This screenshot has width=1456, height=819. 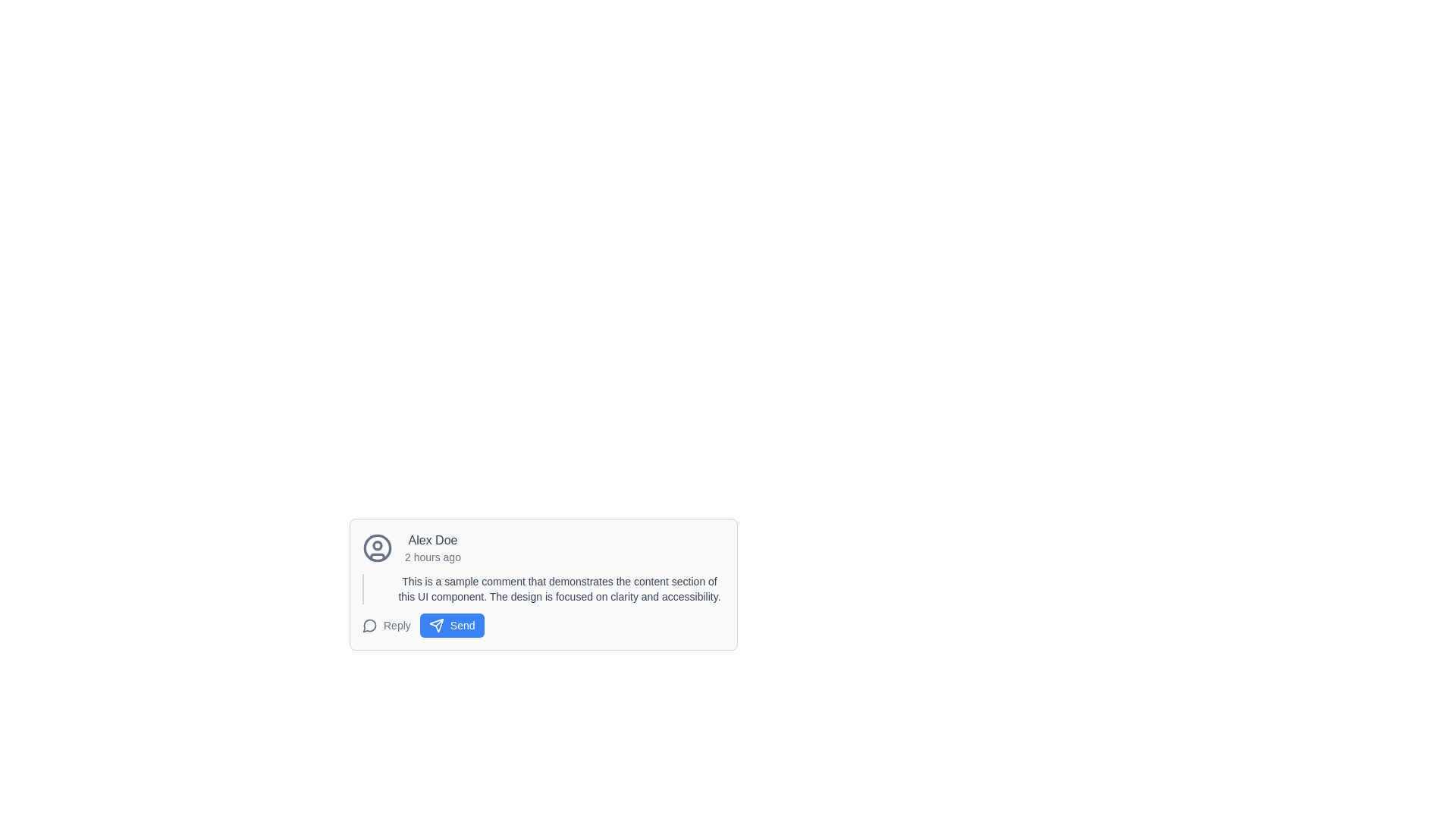 What do you see at coordinates (435, 626) in the screenshot?
I see `the triangular send icon located in the lower right segment of the comment box interface` at bounding box center [435, 626].